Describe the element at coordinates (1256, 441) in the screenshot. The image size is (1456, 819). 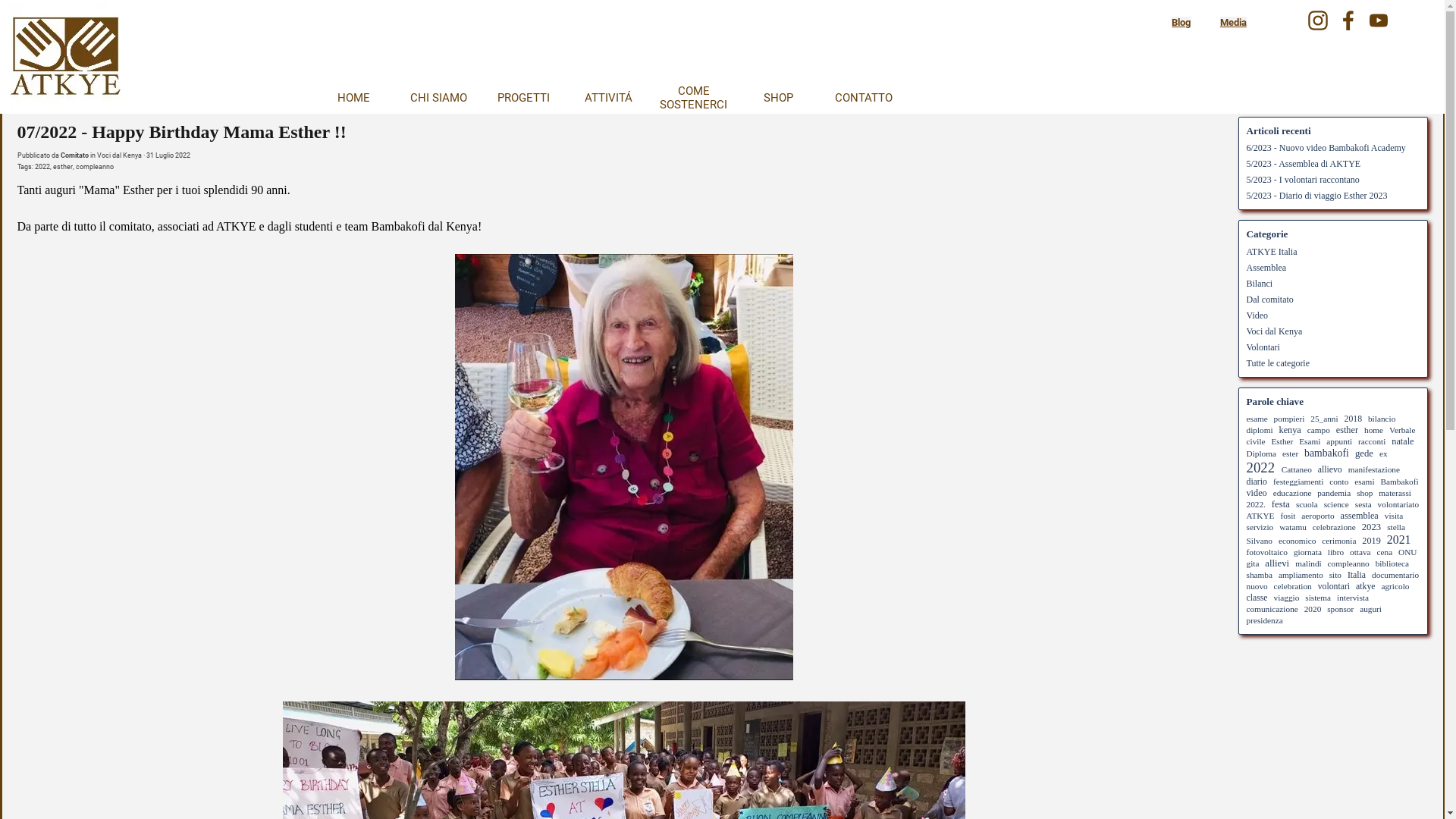
I see `'civile'` at that location.